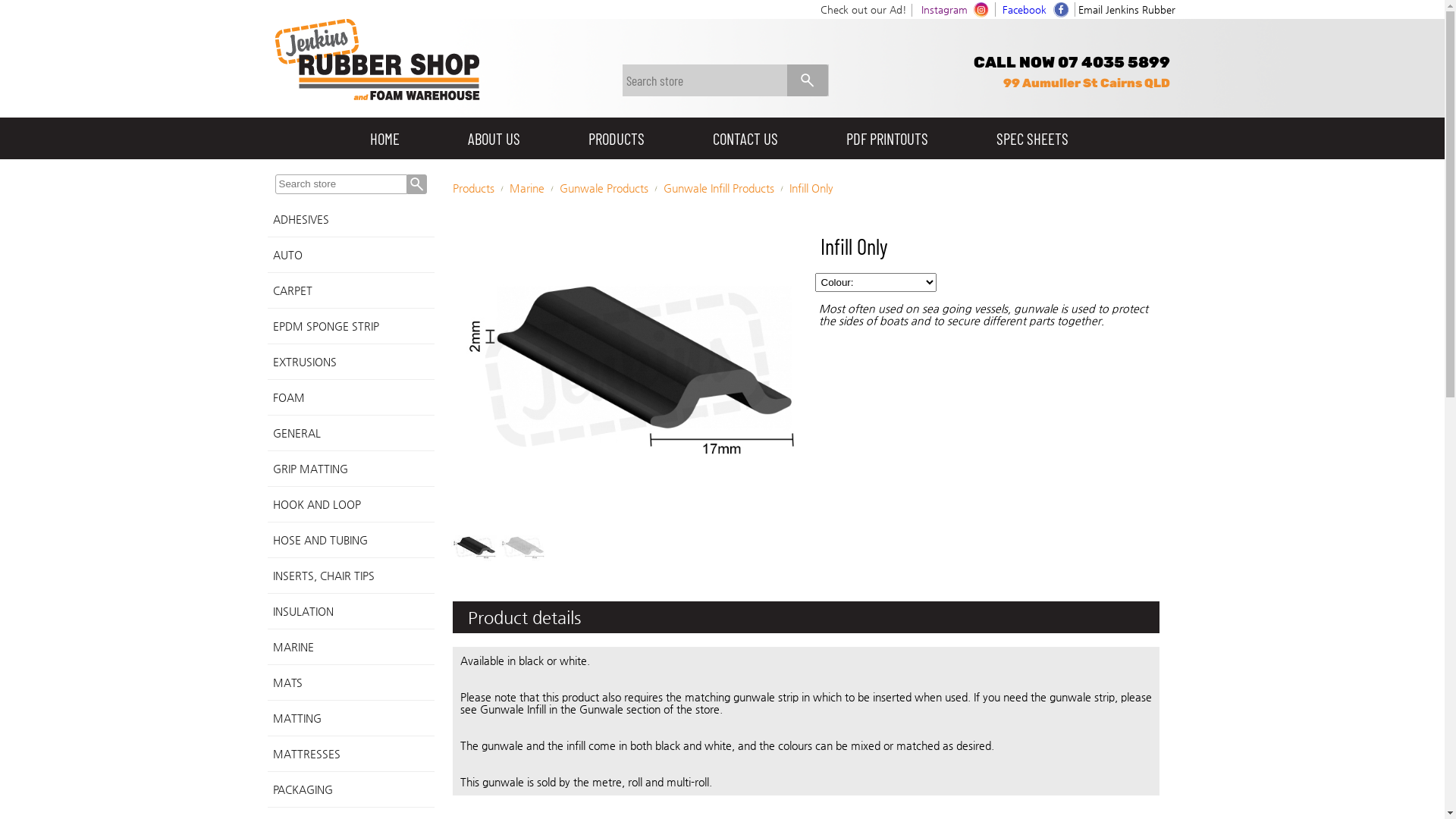 The height and width of the screenshot is (819, 1456). What do you see at coordinates (349, 610) in the screenshot?
I see `'INSULATION'` at bounding box center [349, 610].